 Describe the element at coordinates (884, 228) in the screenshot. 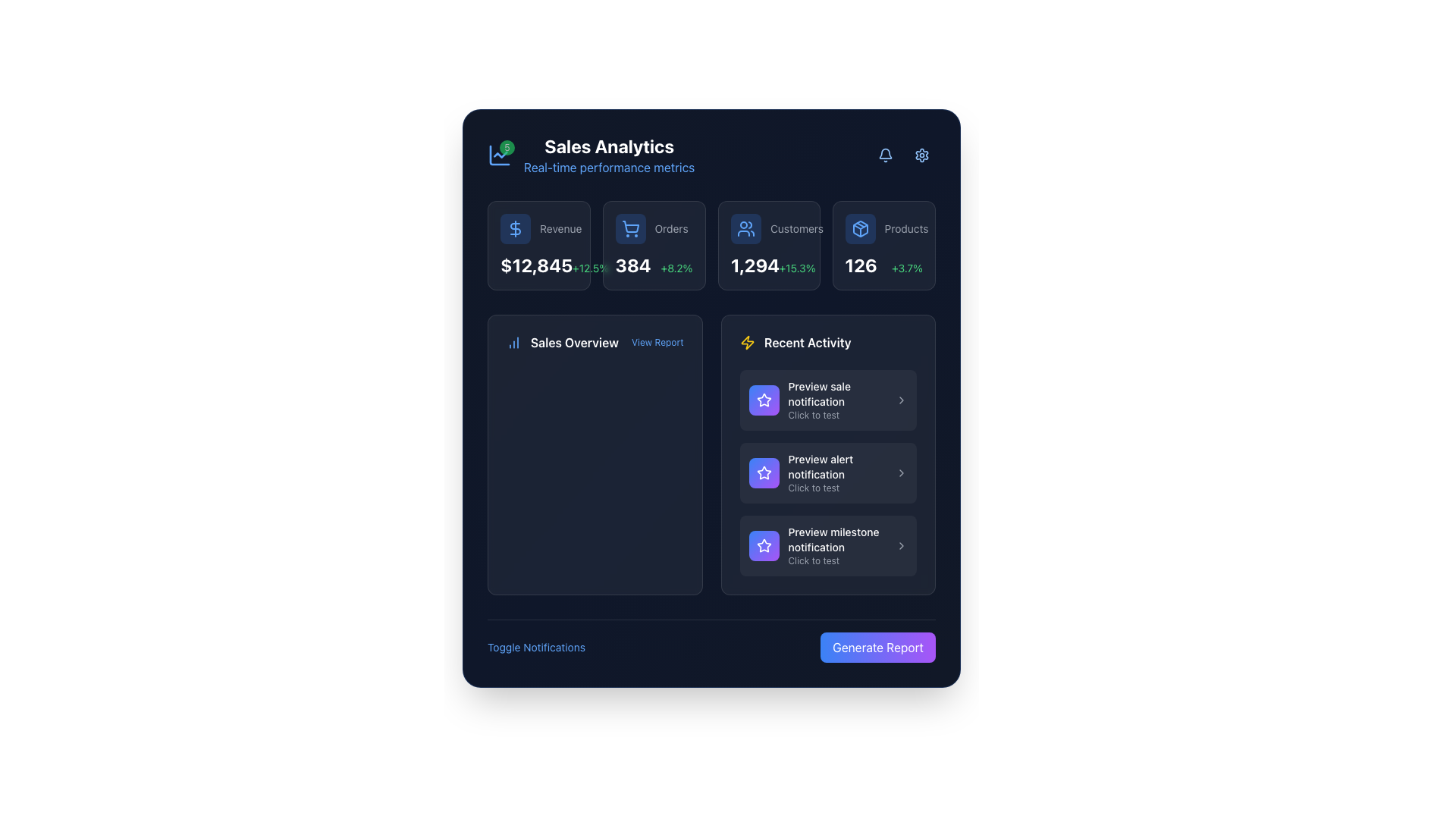

I see `the 'Products' label with icon located at the top-right corner of the dashboard interface, within the statistics card` at that location.